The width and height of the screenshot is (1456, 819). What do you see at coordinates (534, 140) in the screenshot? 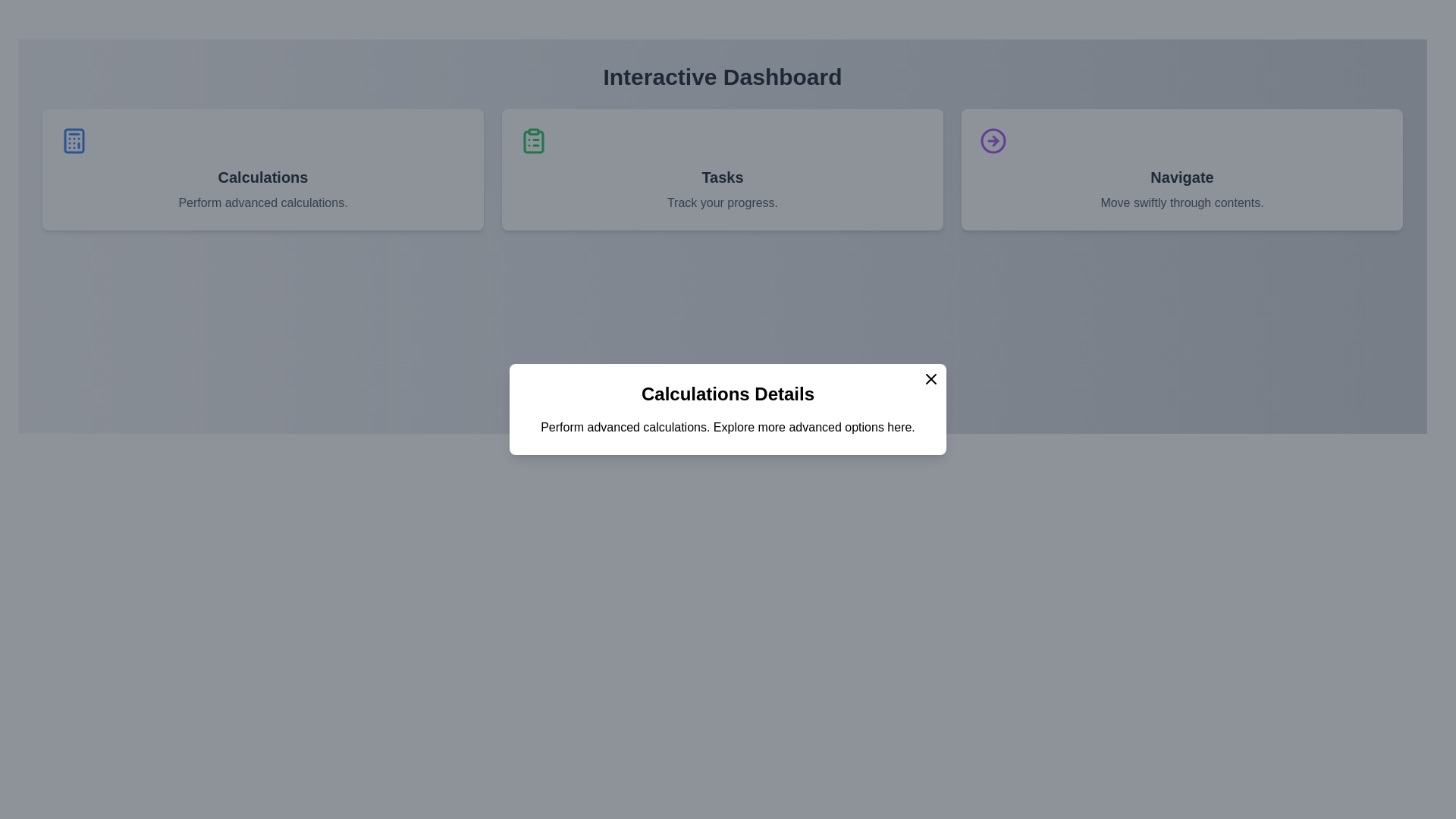
I see `the task icon located at the top-left corner of the 'Tasks' card, which represents tasks or to-do lists` at bounding box center [534, 140].